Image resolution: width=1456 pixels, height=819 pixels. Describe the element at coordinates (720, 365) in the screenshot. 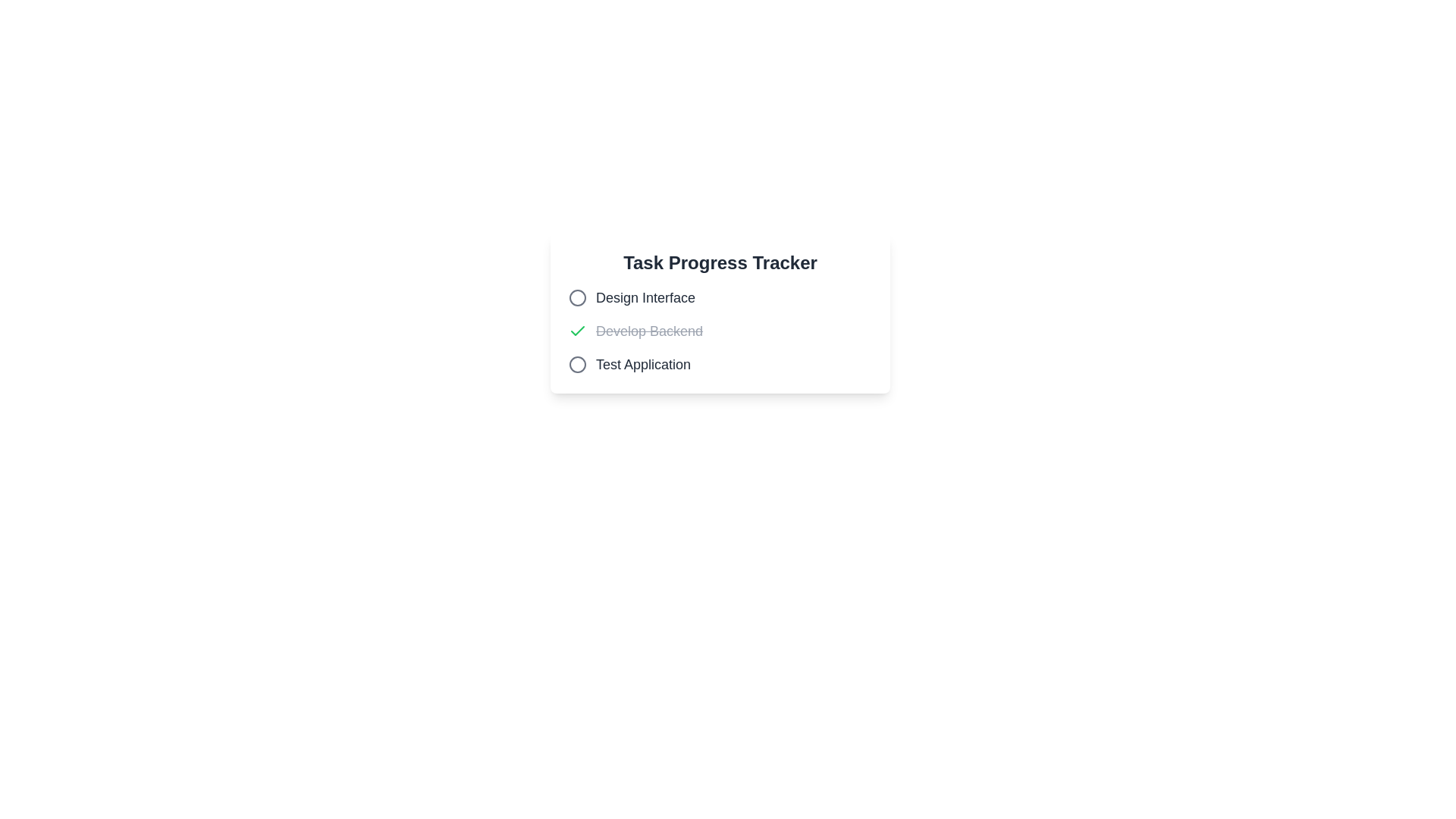

I see `the 'Test Application' task tracker list item` at that location.